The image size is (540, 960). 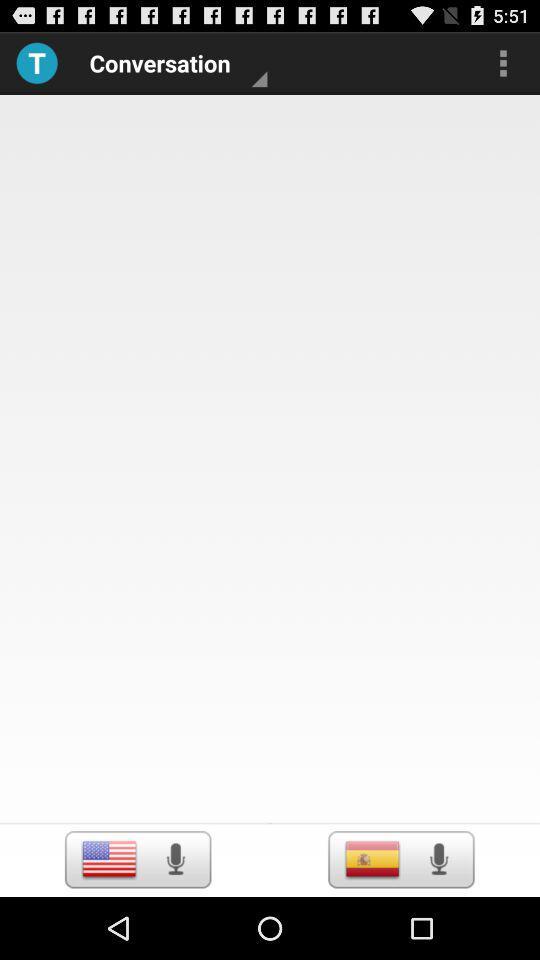 I want to click on microphone, so click(x=437, y=858).